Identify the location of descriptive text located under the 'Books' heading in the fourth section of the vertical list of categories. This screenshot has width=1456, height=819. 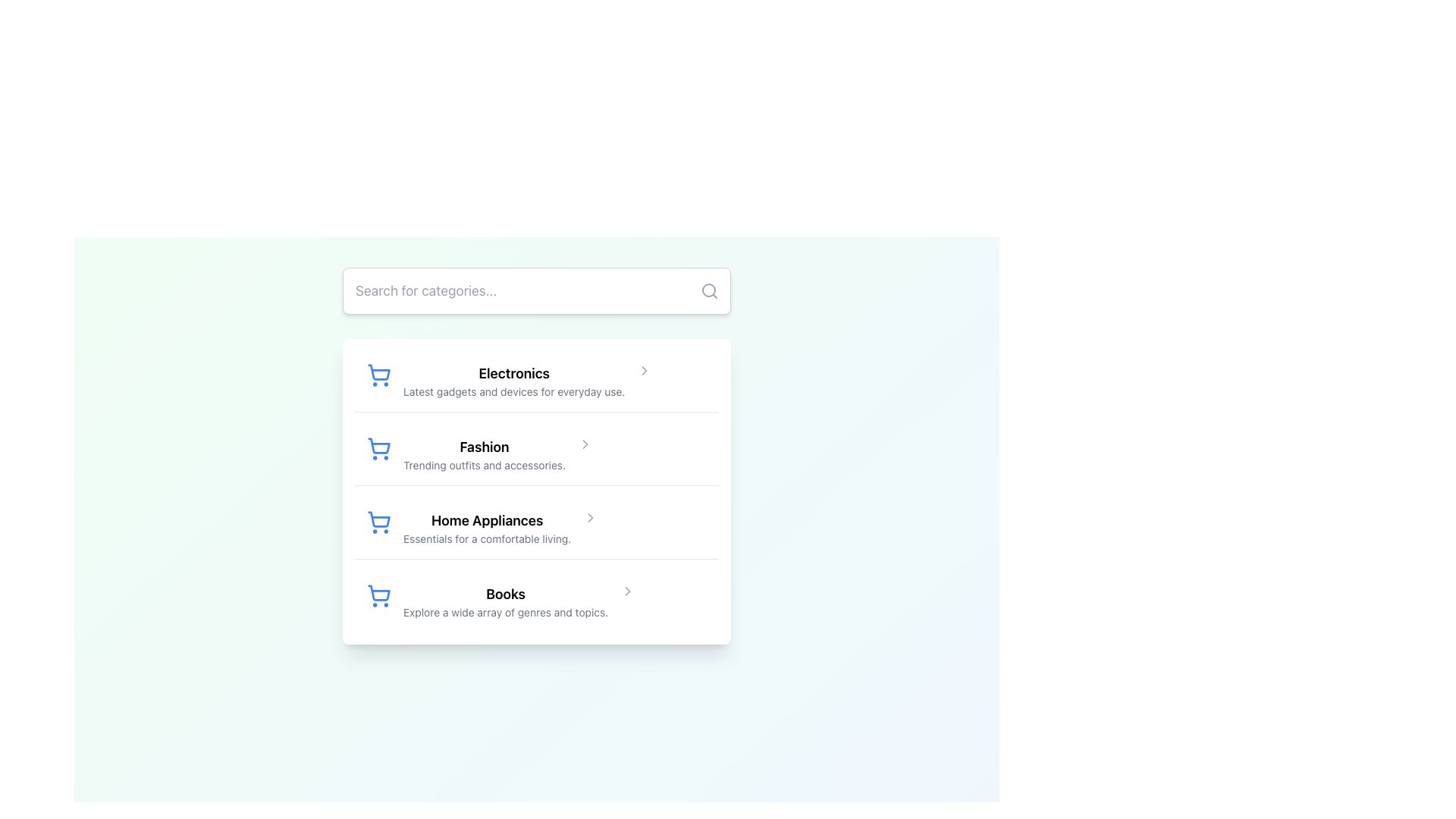
(506, 611).